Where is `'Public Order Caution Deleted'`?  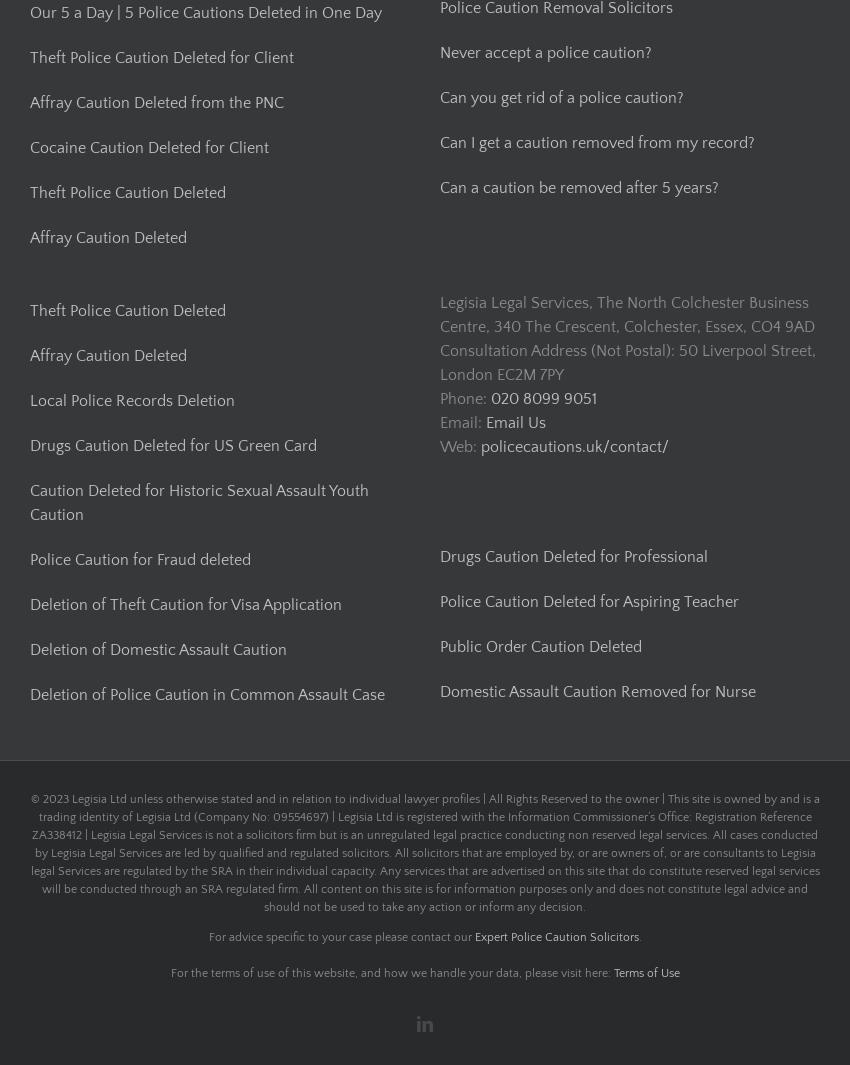 'Public Order Caution Deleted' is located at coordinates (438, 646).